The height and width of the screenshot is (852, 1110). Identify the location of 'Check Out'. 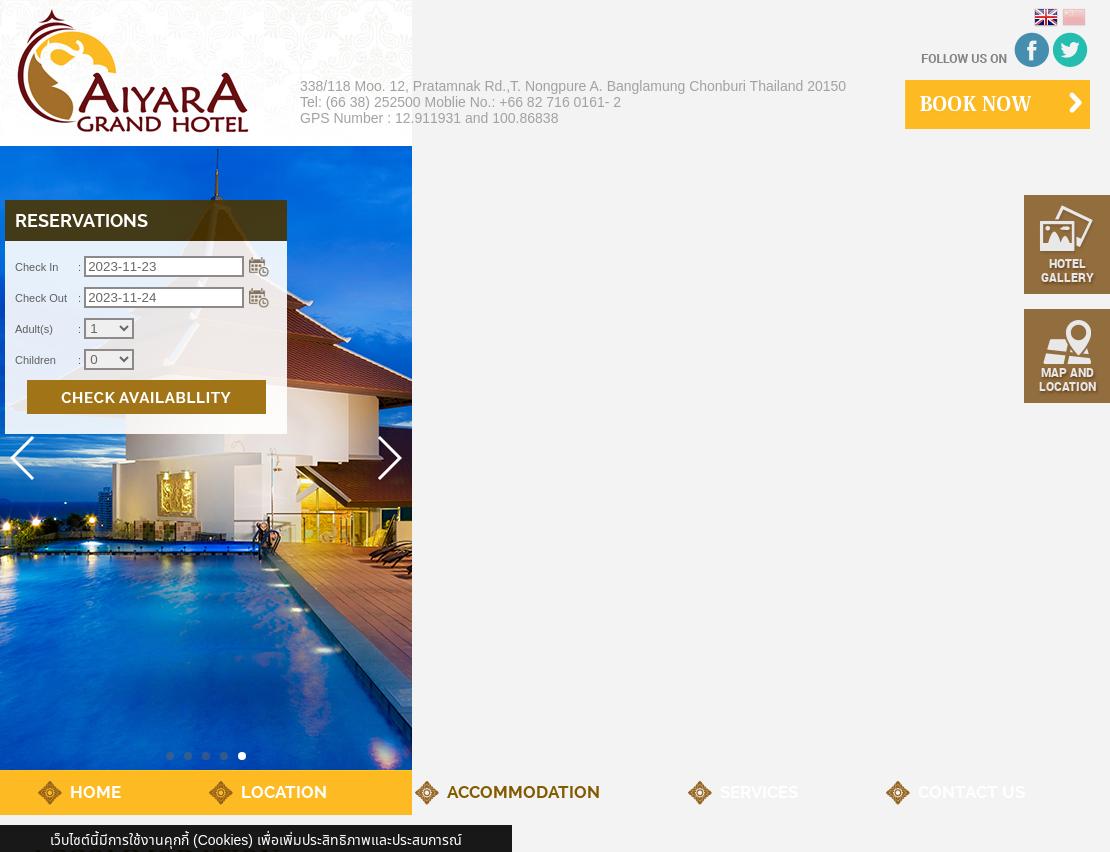
(40, 297).